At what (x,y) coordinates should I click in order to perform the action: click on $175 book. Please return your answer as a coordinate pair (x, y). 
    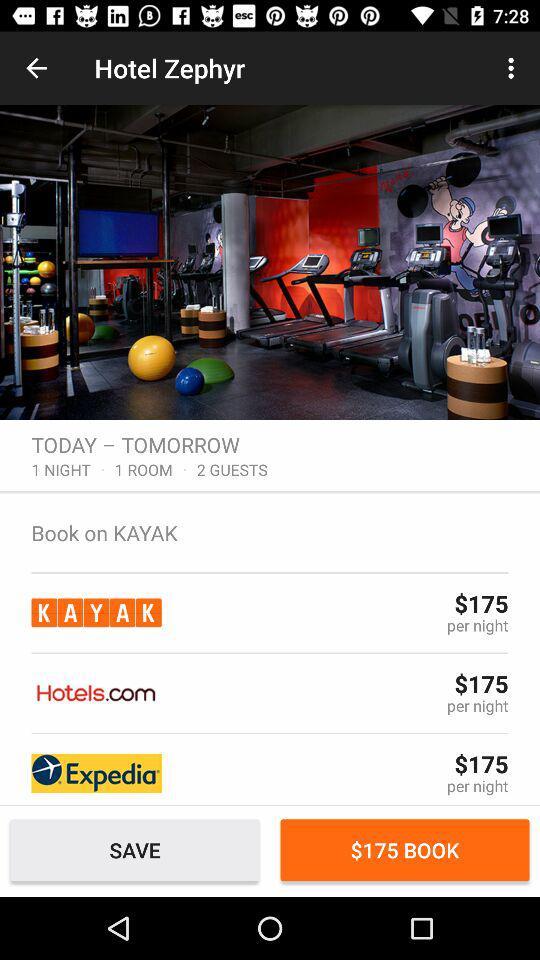
    Looking at the image, I should click on (405, 849).